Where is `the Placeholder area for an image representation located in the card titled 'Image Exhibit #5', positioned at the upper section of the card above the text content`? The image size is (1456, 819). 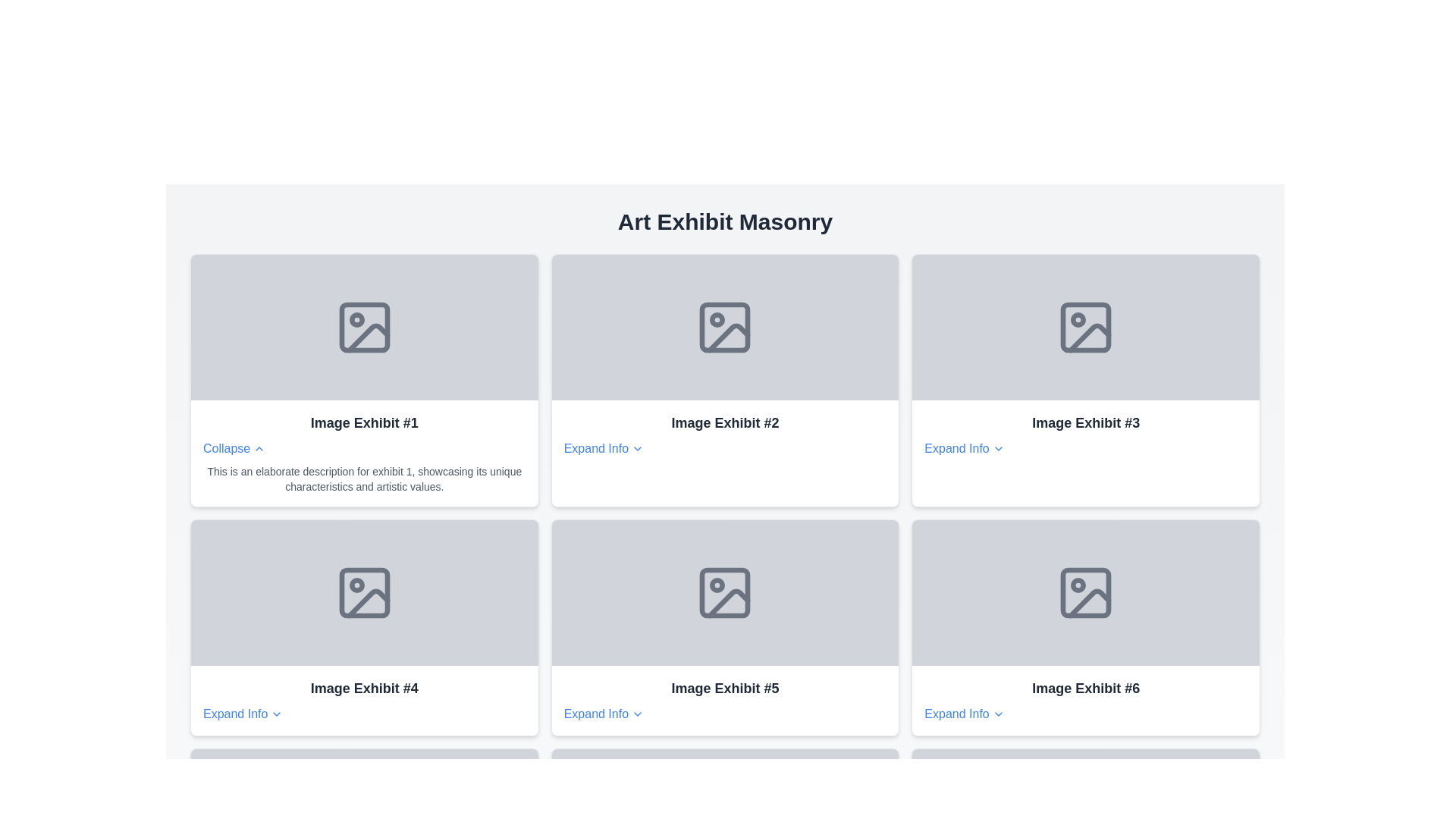 the Placeholder area for an image representation located in the card titled 'Image Exhibit #5', positioned at the upper section of the card above the text content is located at coordinates (724, 592).